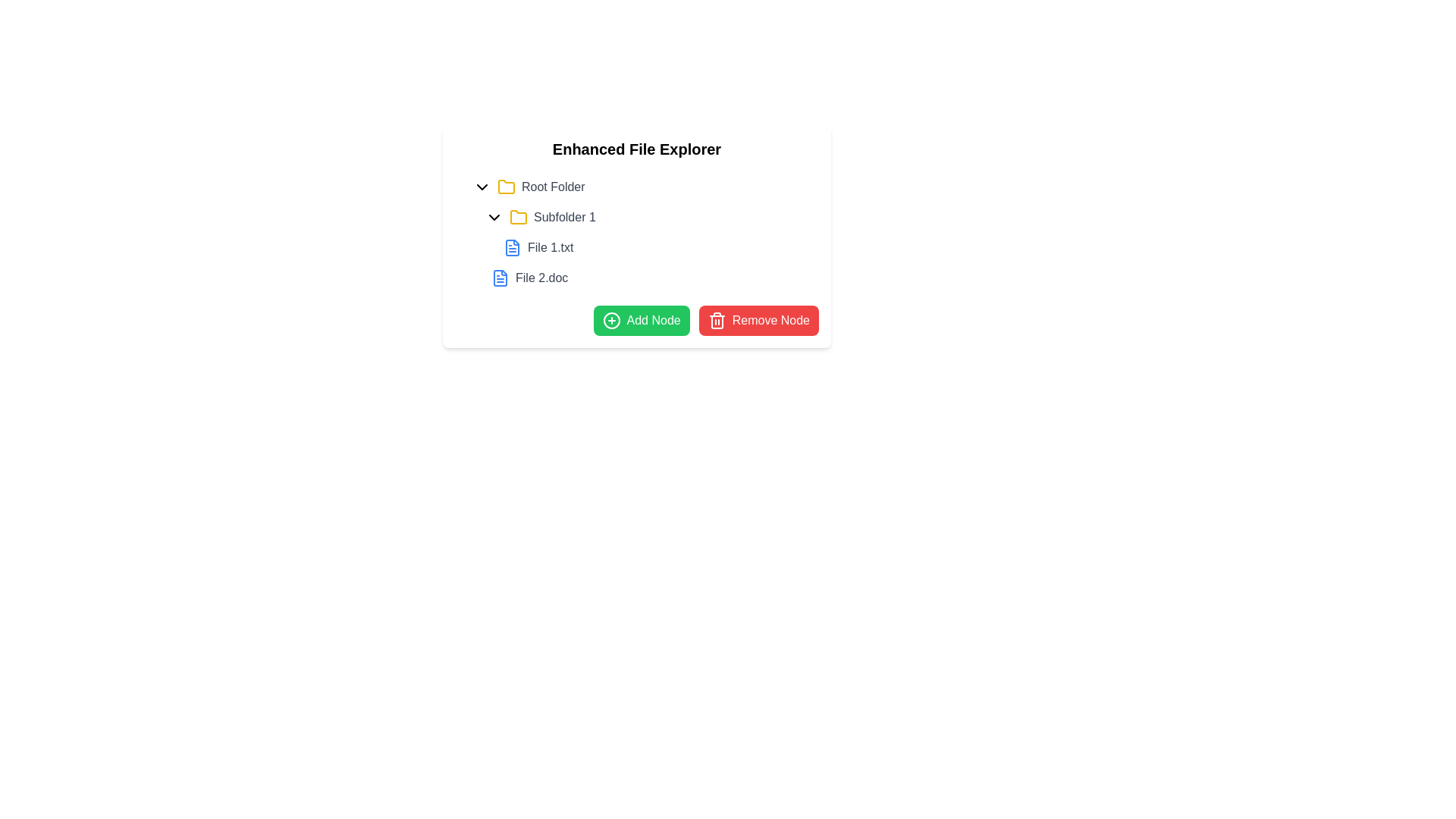 The width and height of the screenshot is (1456, 819). What do you see at coordinates (637, 149) in the screenshot?
I see `the header text displaying 'Enhanced File Explorer', which is styled as the title for the application, located at the top of the file explorer interface` at bounding box center [637, 149].